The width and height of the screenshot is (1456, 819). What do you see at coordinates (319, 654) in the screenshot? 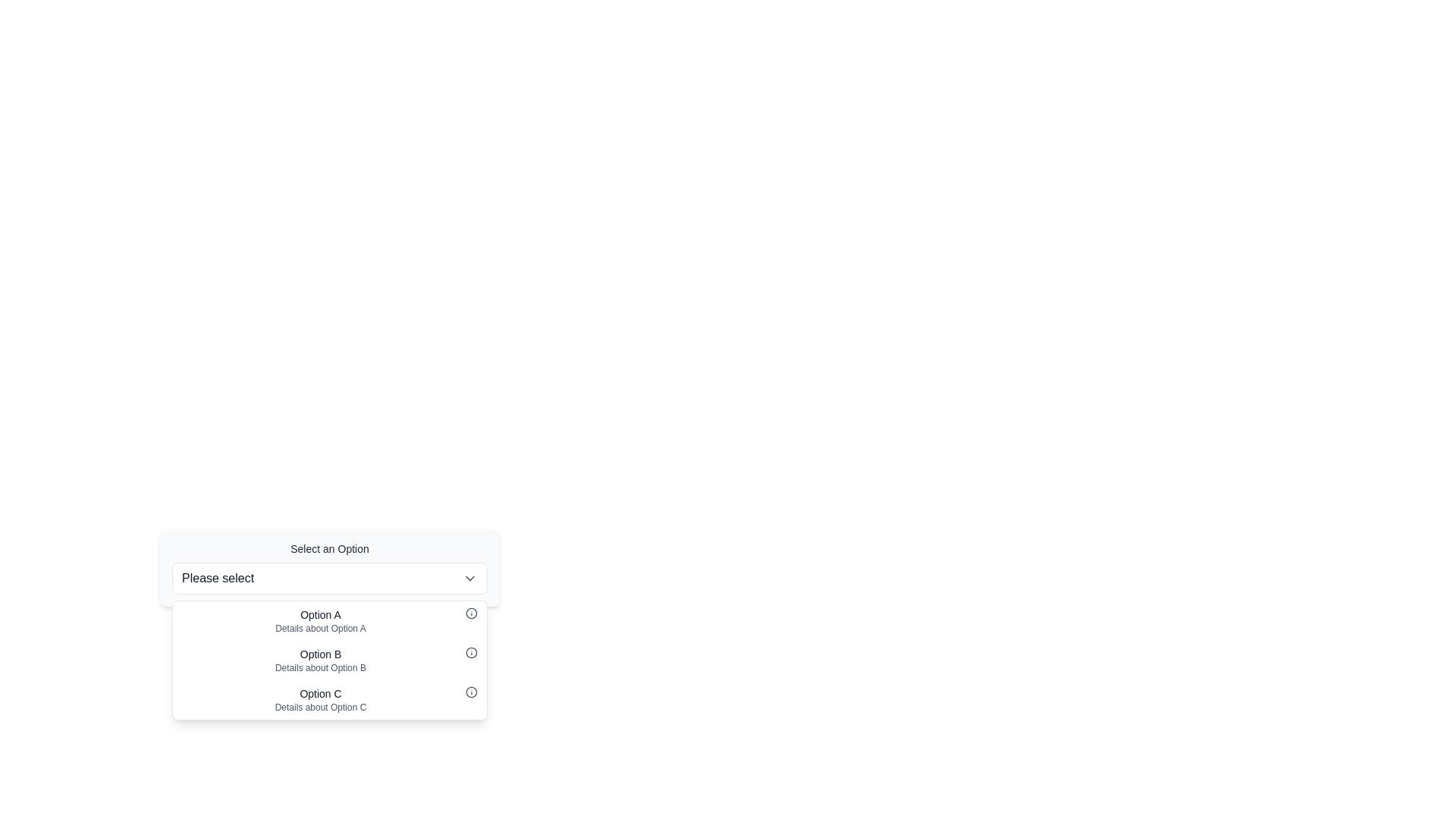
I see `the 'Option B' label in the dropdown menu` at bounding box center [319, 654].